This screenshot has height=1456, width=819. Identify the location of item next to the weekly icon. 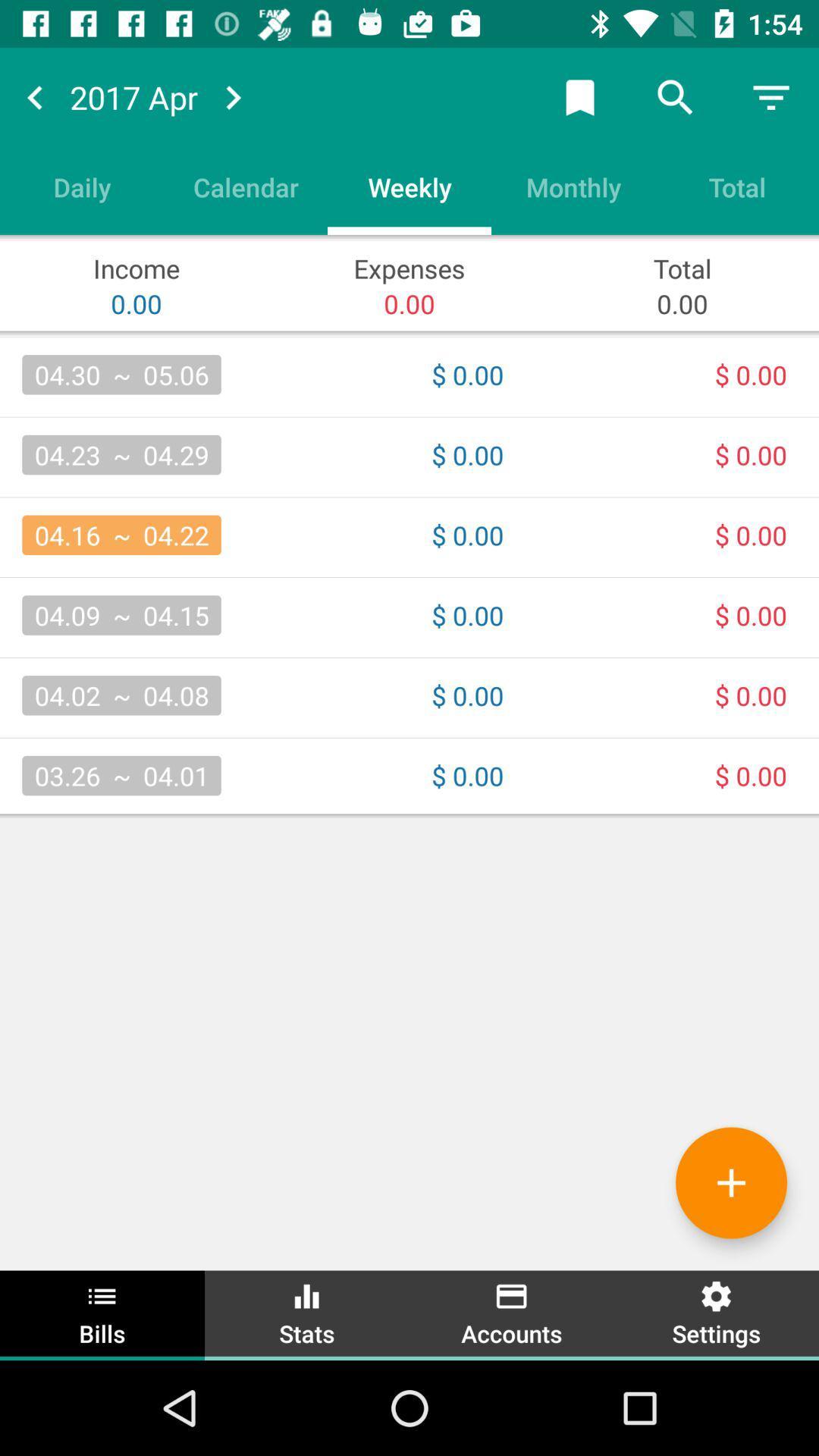
(245, 186).